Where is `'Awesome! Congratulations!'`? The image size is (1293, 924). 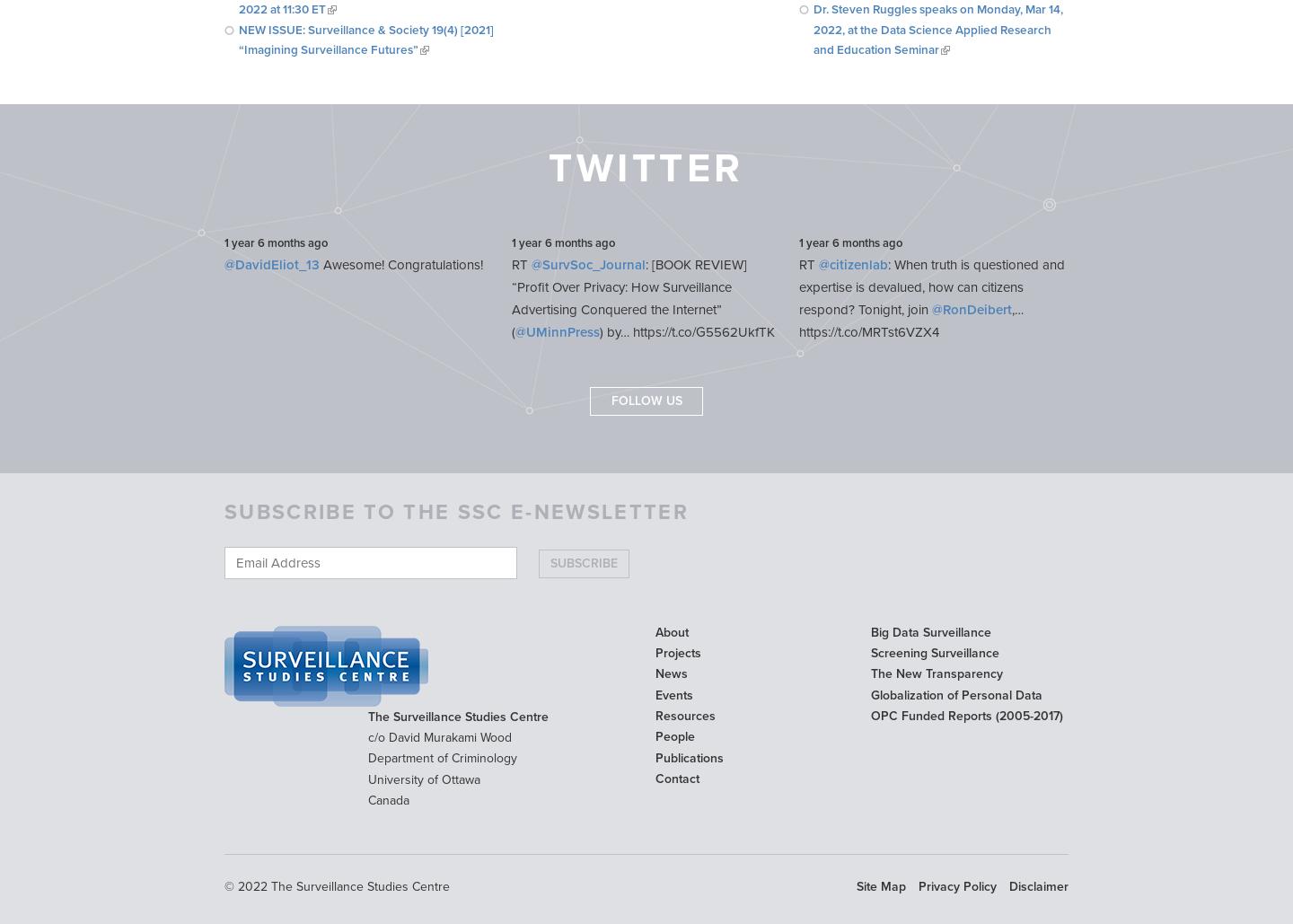
'Awesome! Congratulations!' is located at coordinates (400, 265).